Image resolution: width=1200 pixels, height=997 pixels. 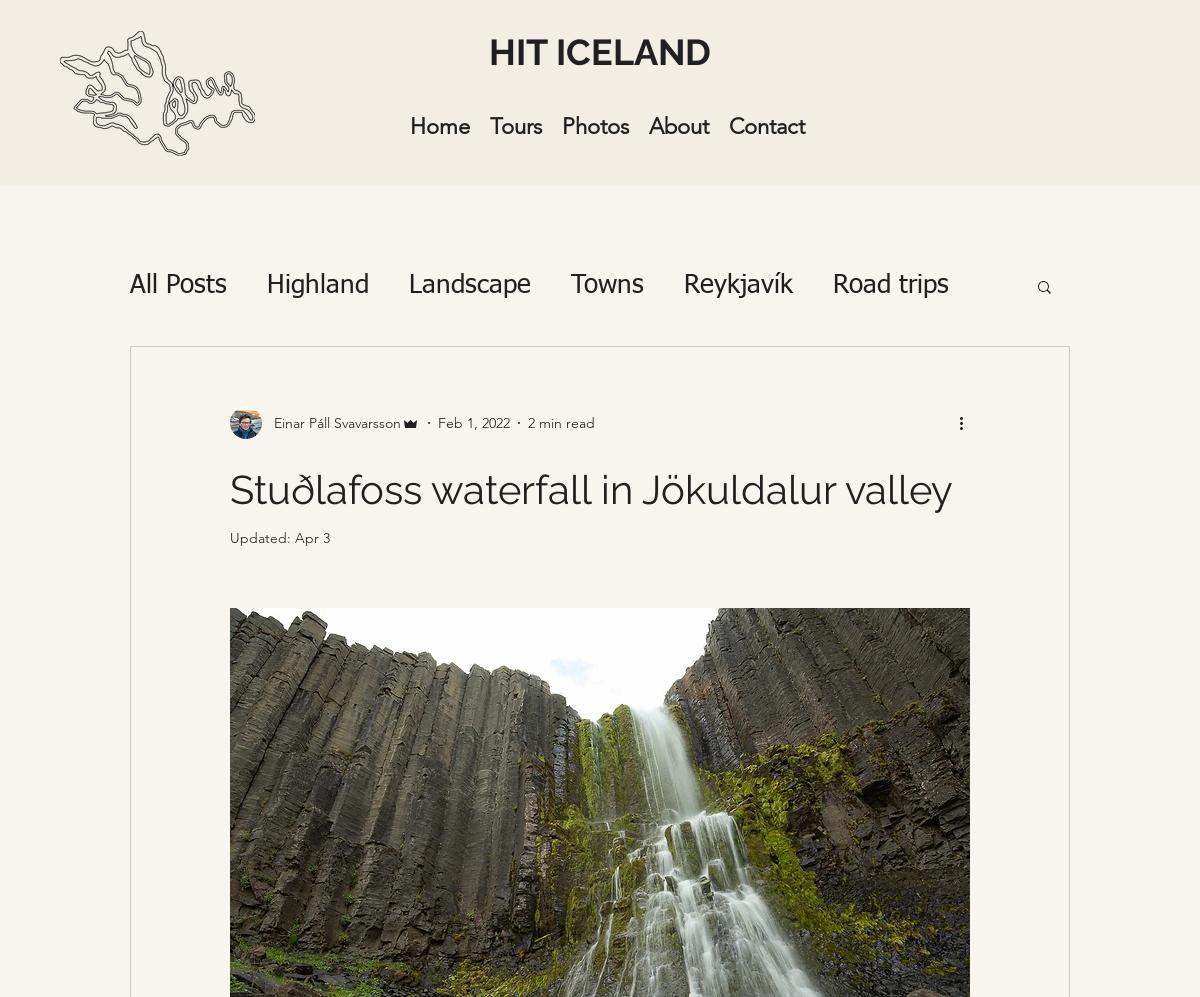 I want to click on 'Towns', so click(x=607, y=285).